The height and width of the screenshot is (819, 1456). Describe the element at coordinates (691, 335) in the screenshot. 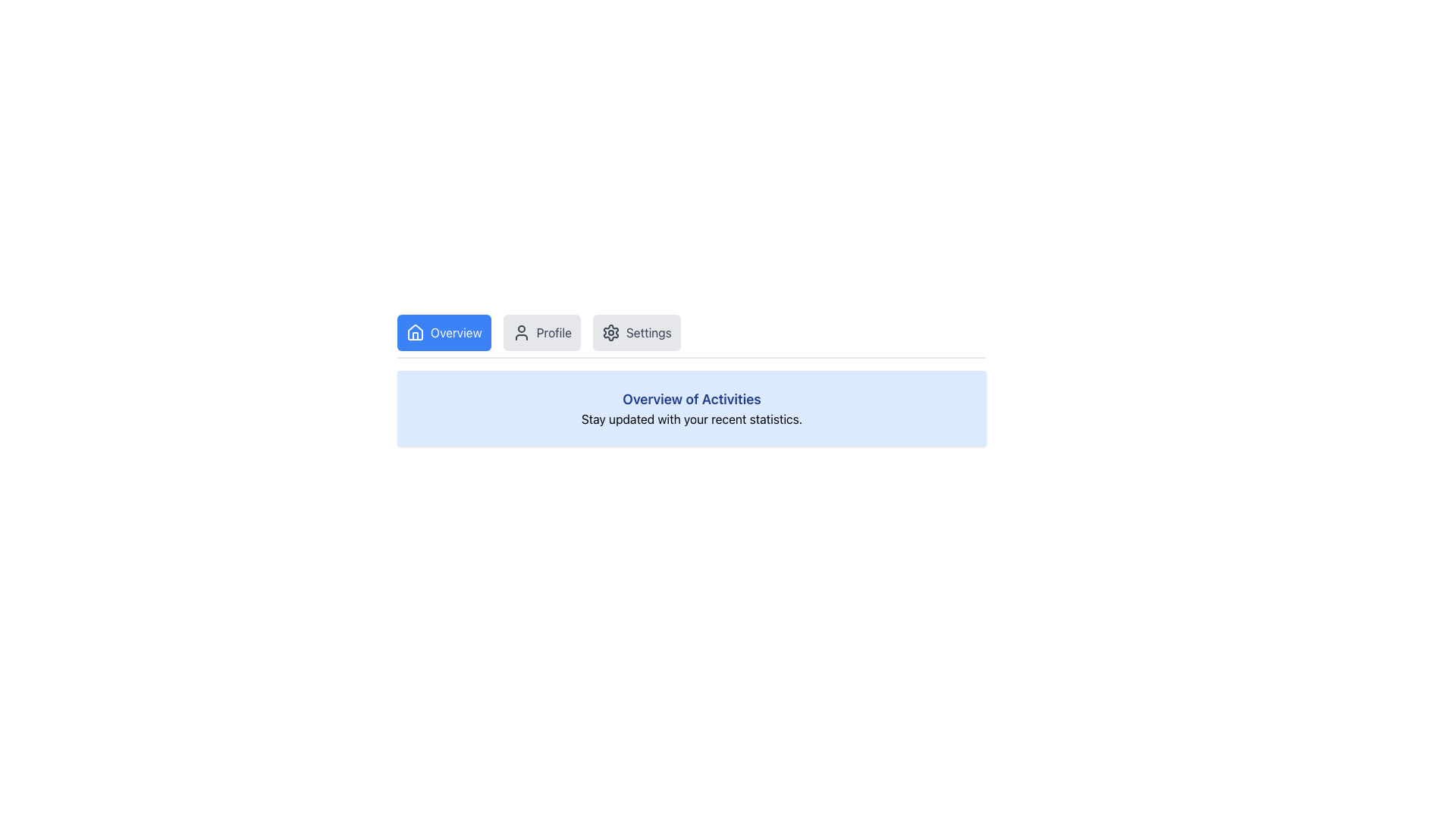

I see `the navigation bar located at the top of the interface to switch between sections, specifically targeting the entire row of buttons including 'Overview', 'Profile', and 'Settings'` at that location.